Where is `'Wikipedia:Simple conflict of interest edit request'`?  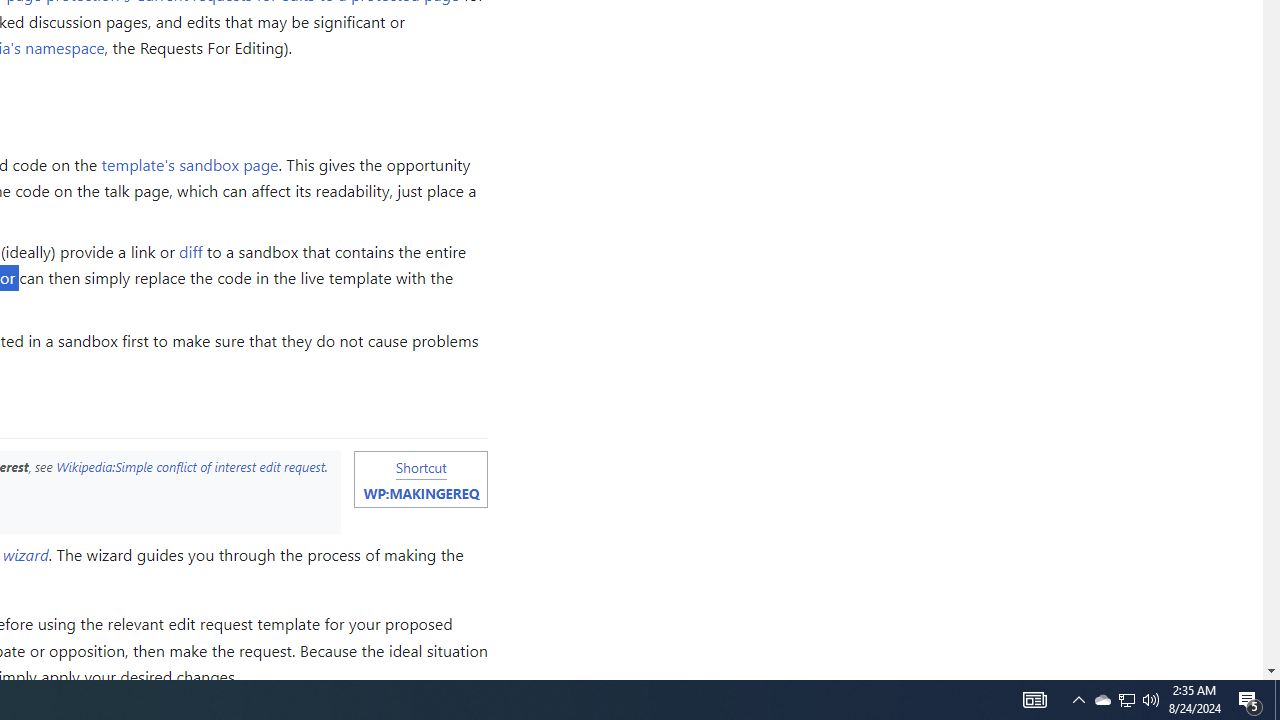 'Wikipedia:Simple conflict of interest edit request' is located at coordinates (190, 466).